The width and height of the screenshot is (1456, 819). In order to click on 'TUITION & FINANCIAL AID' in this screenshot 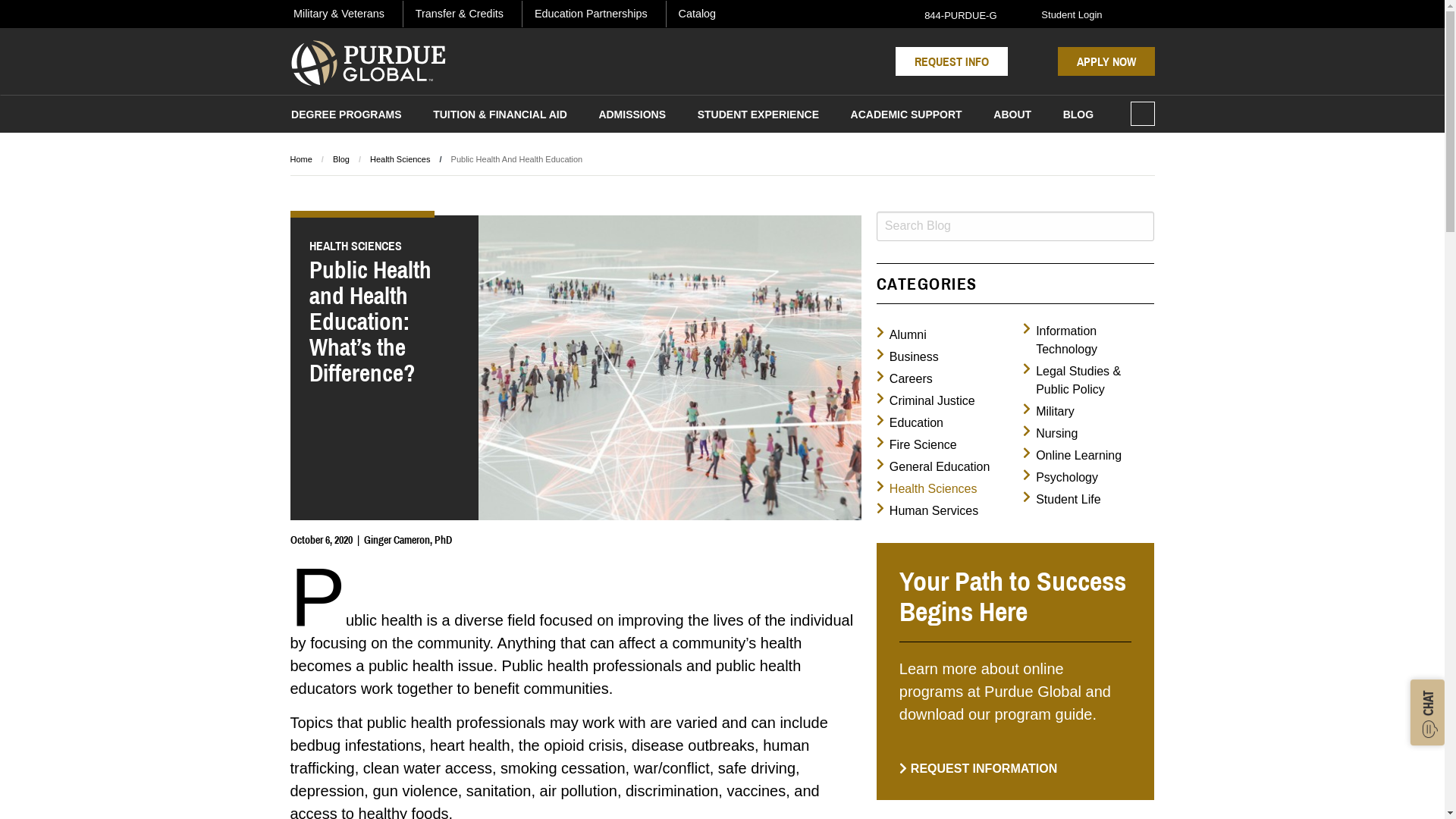, I will do `click(500, 116)`.